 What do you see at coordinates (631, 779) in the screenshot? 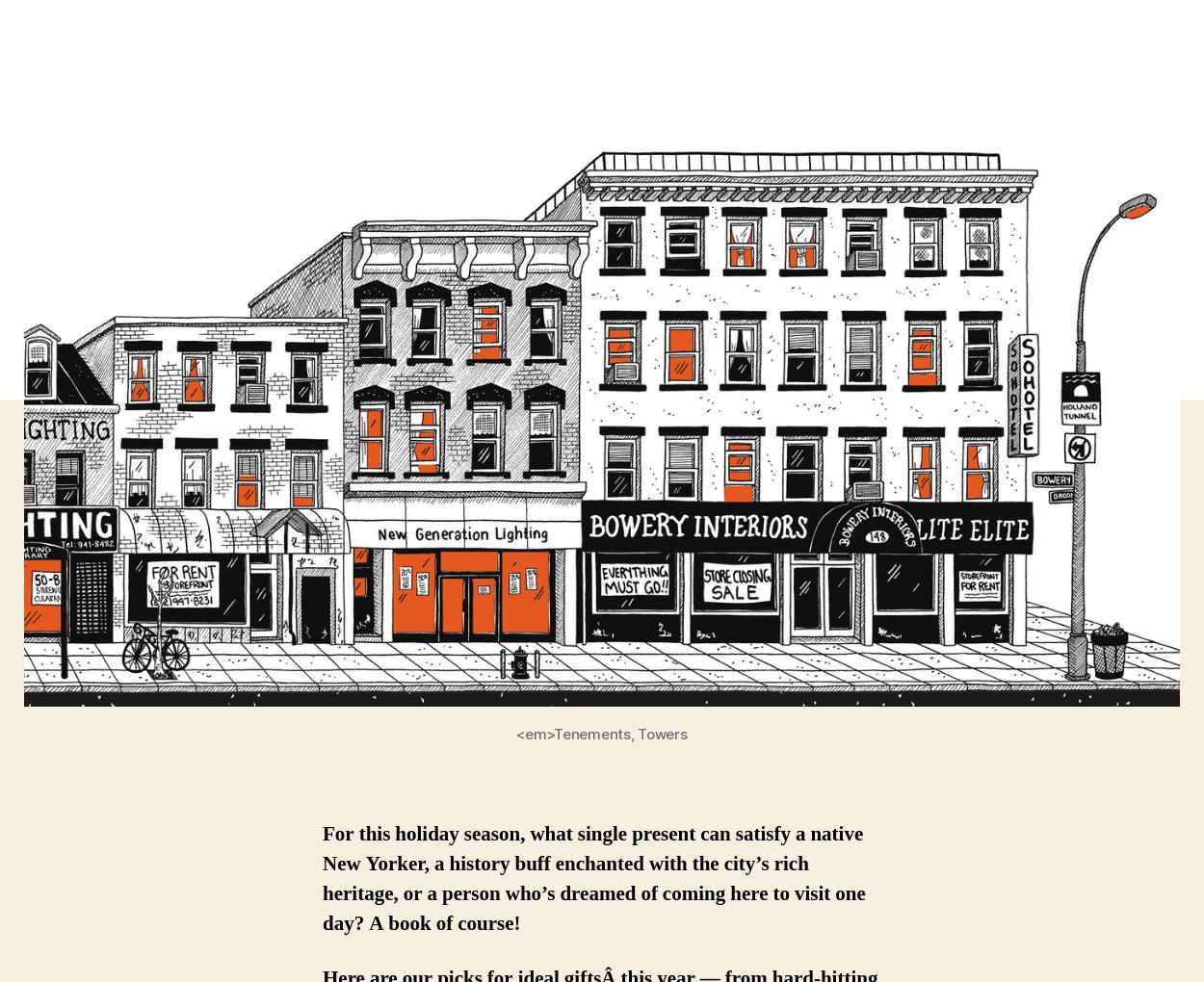
I see `'Find out how you can'` at bounding box center [631, 779].